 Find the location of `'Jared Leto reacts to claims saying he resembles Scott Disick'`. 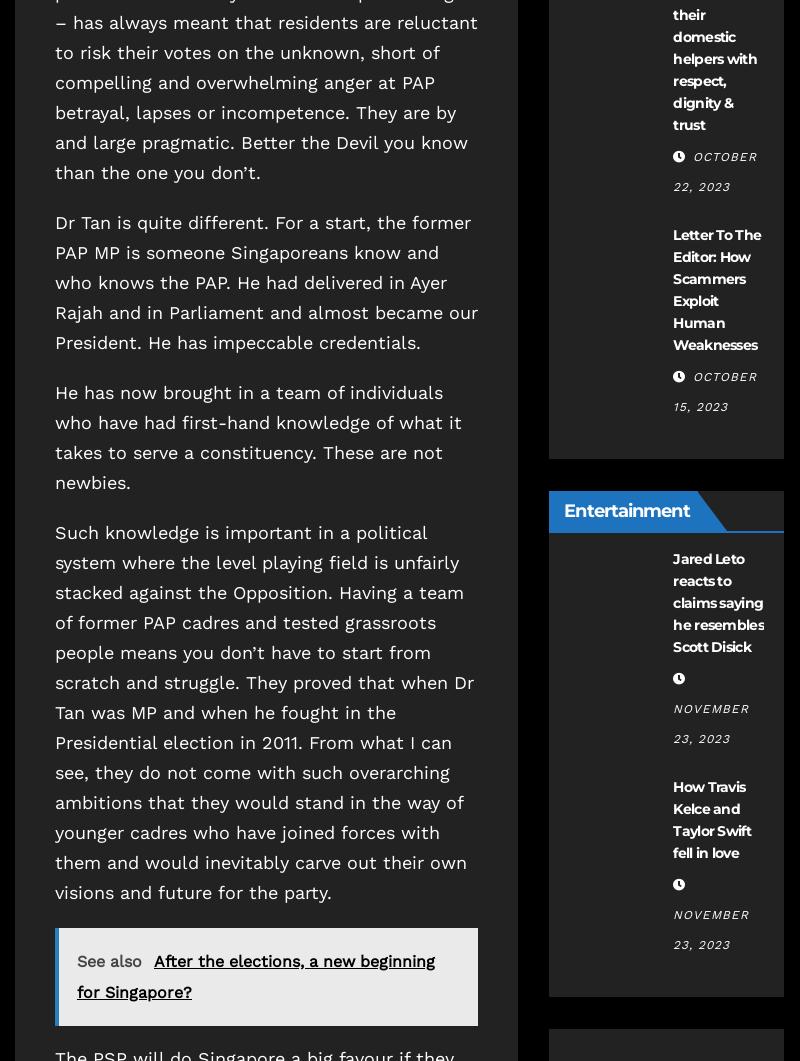

'Jared Leto reacts to claims saying he resembles Scott Disick' is located at coordinates (717, 601).